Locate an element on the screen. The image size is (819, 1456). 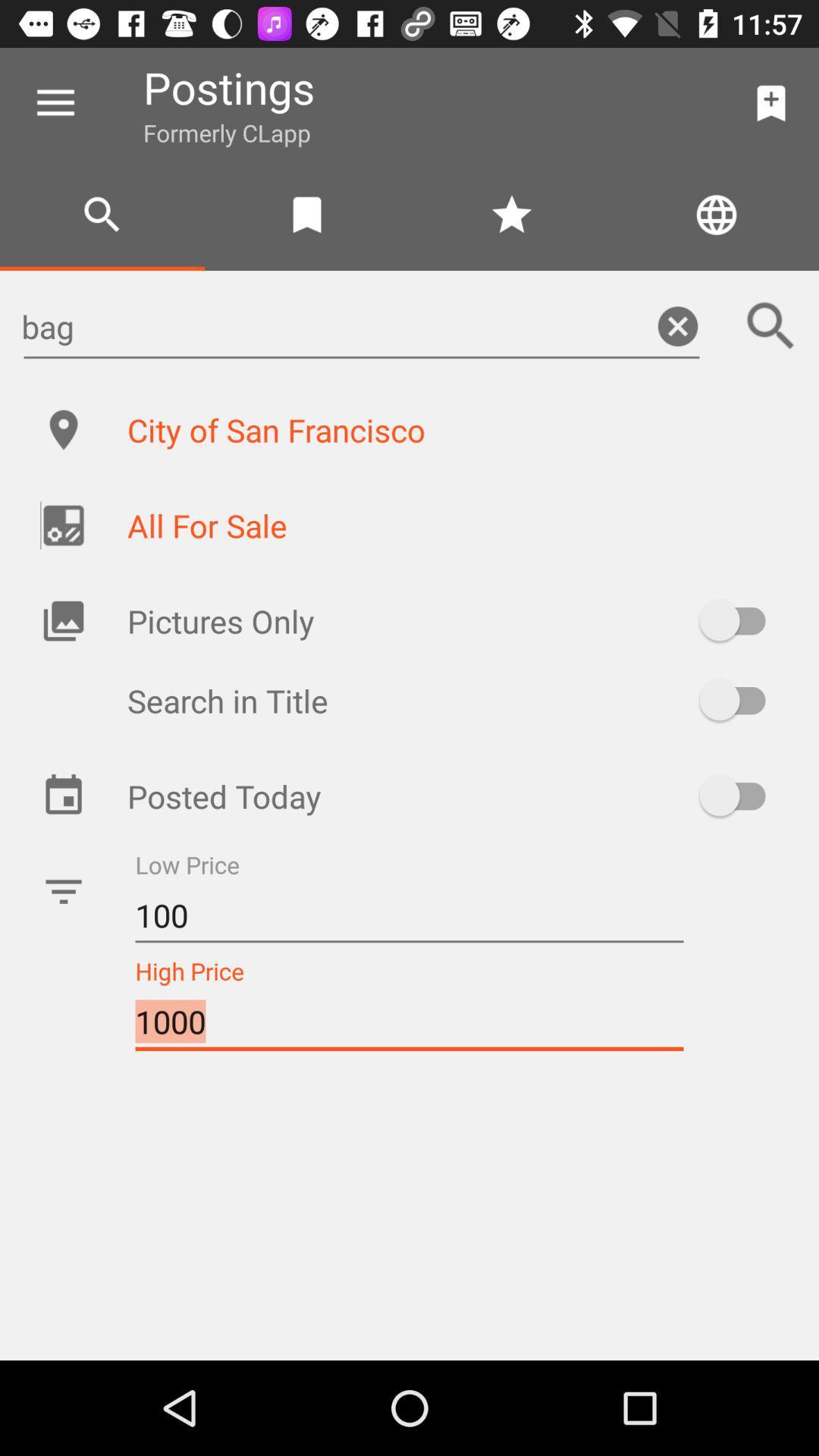
item below the 100 item is located at coordinates (409, 1022).